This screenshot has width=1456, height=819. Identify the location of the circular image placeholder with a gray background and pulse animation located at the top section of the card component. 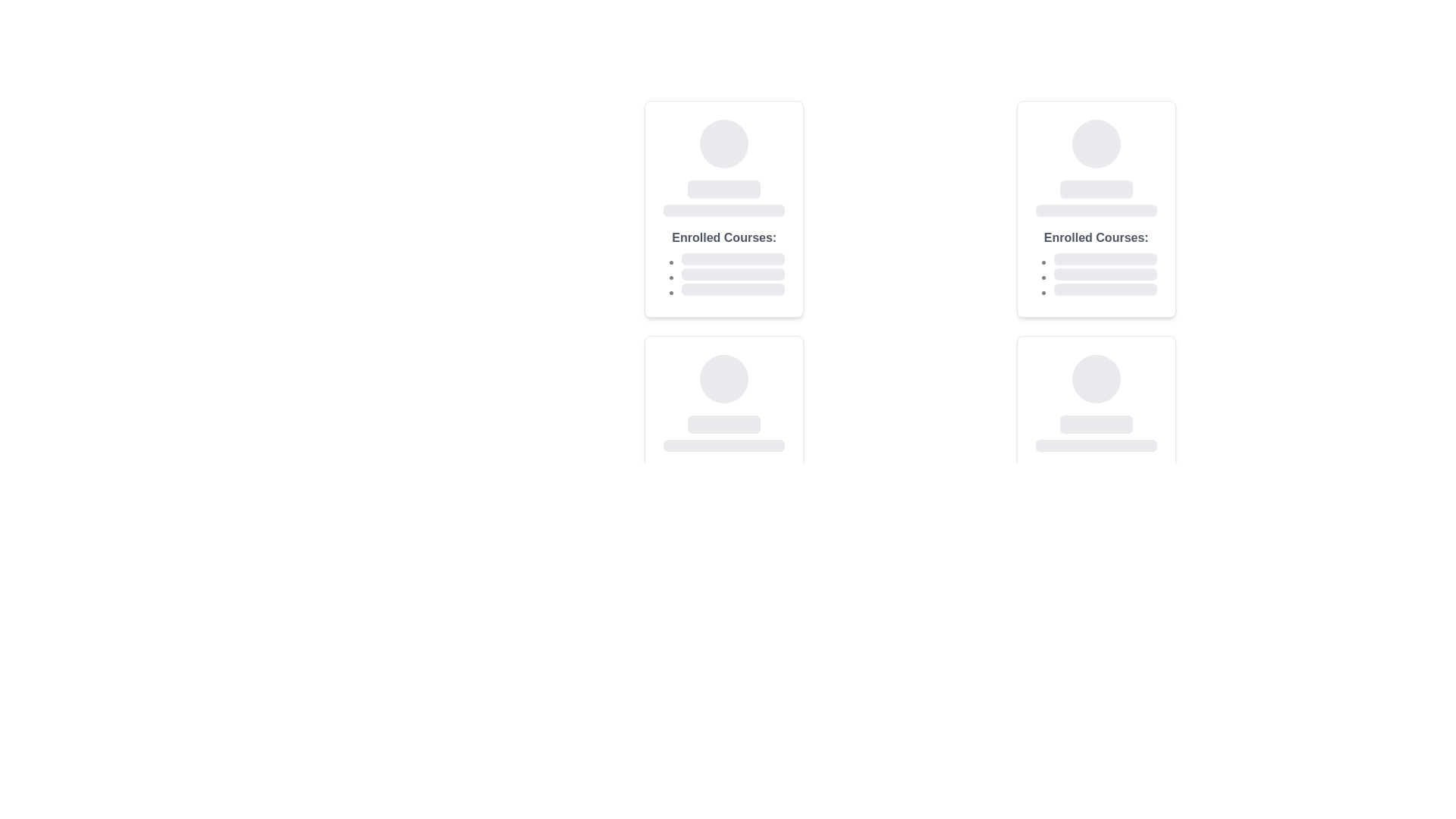
(723, 378).